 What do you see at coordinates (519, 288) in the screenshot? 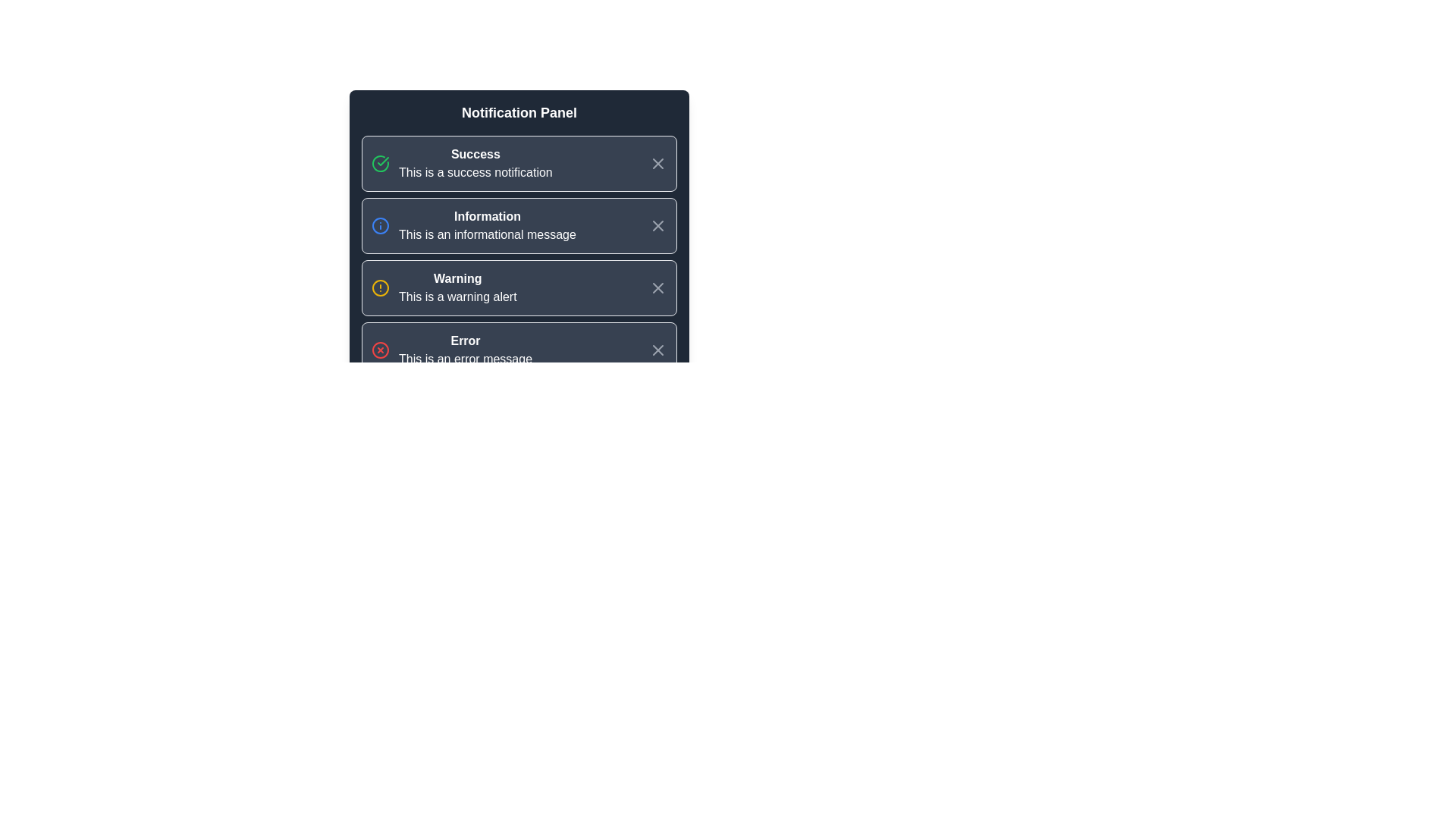
I see `the warning message by clicking the close button on the alert notification box, which is positioned third from the top in the notification panel` at bounding box center [519, 288].